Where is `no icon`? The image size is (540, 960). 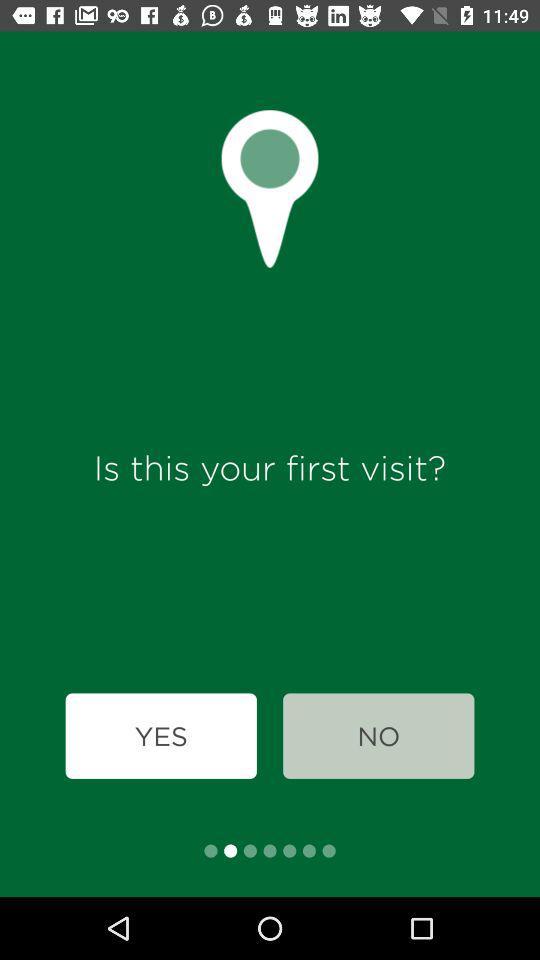
no icon is located at coordinates (378, 735).